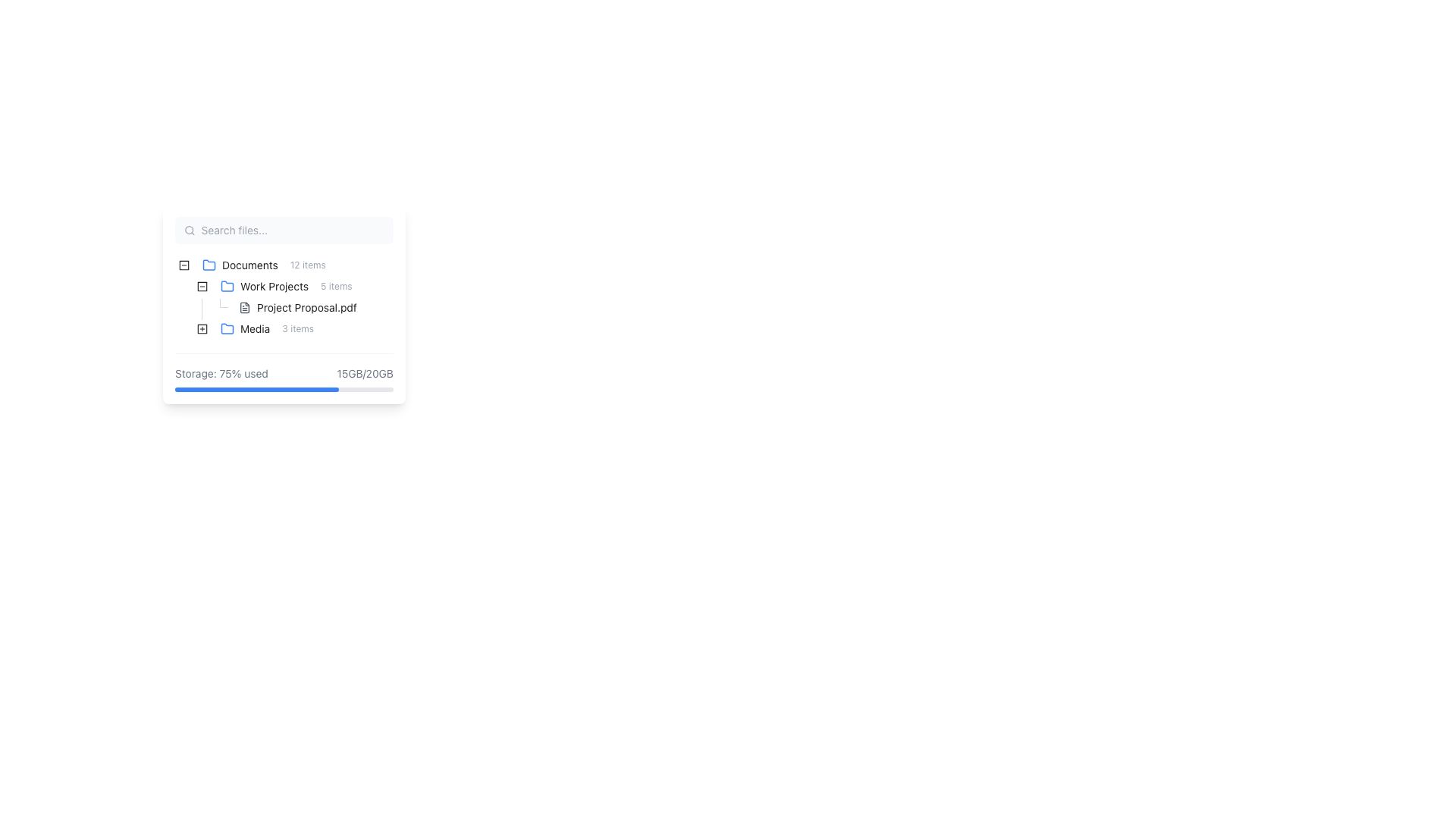 The image size is (1456, 819). I want to click on the text label for 'Project Proposal.pdf', so click(303, 307).